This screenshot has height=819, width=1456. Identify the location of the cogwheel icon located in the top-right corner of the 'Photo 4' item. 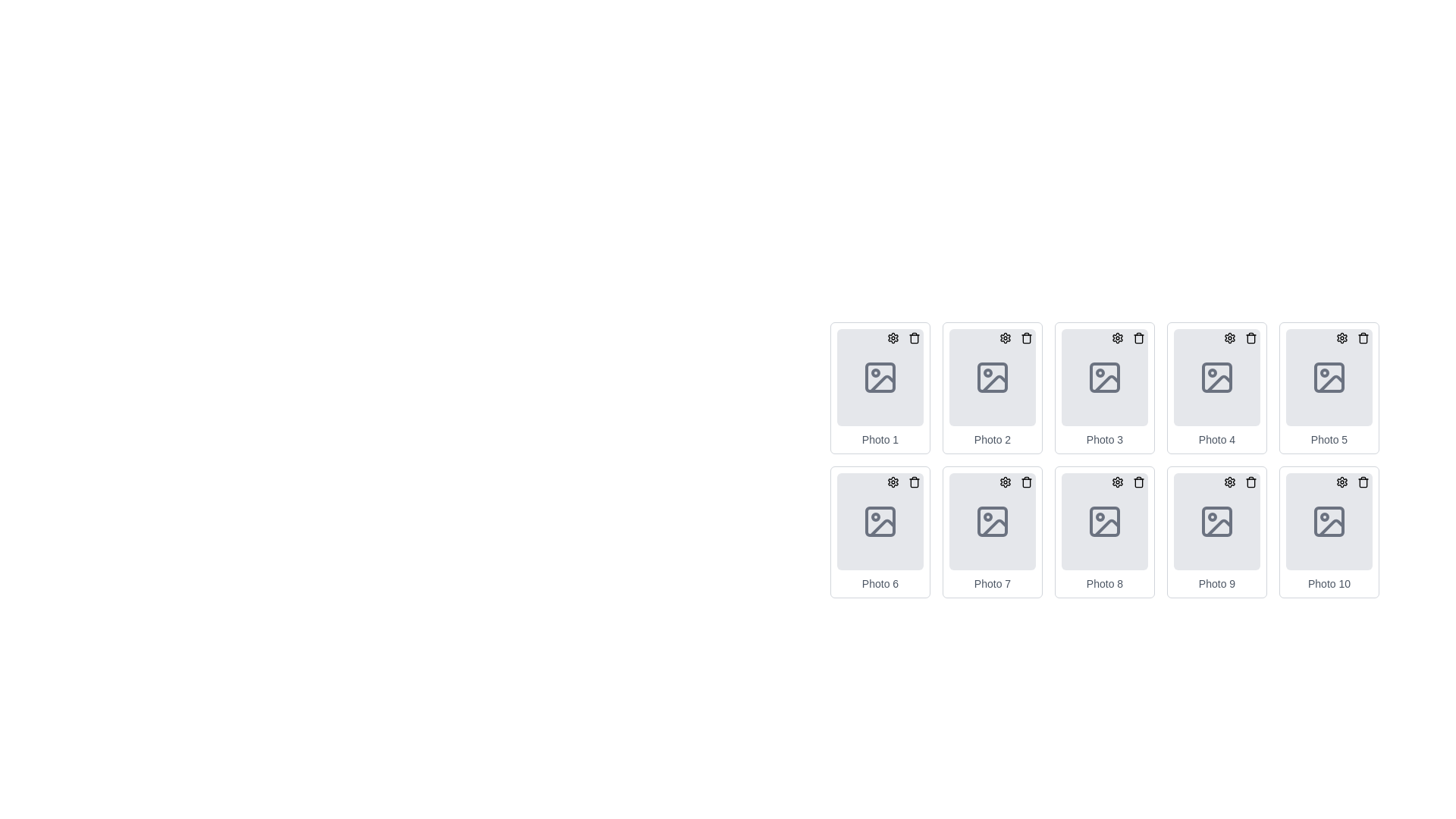
(1230, 337).